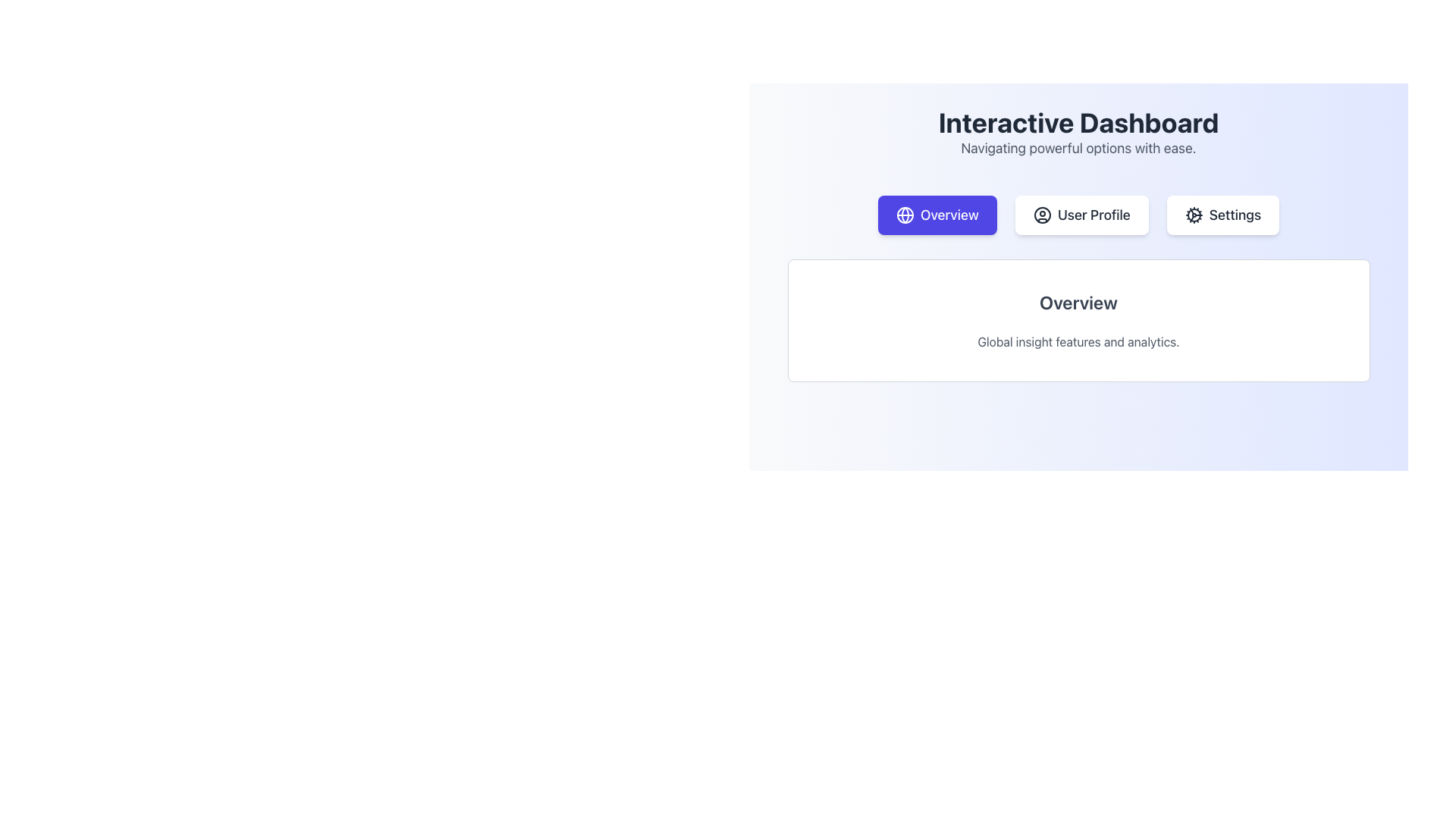  Describe the element at coordinates (1078, 133) in the screenshot. I see `text content of the header element located at the top of the dashboard, which describes the purpose and functionality of the page` at that location.